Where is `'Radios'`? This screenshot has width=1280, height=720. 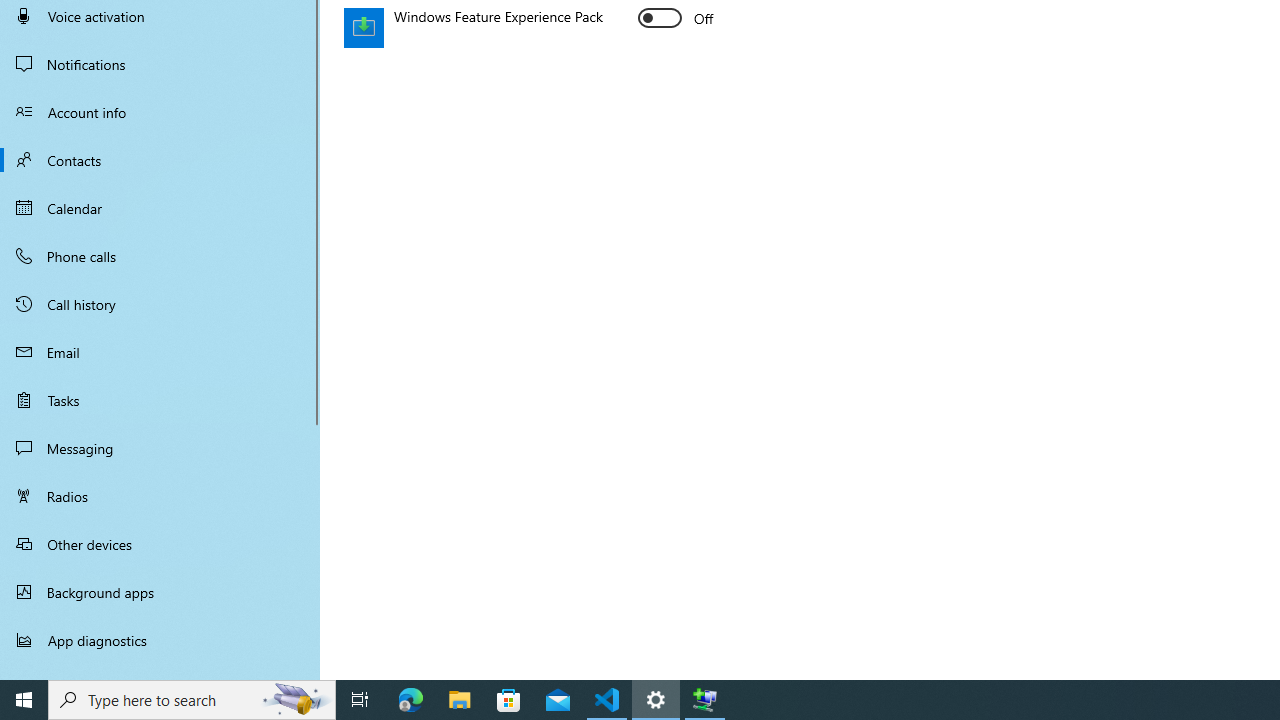
'Radios' is located at coordinates (160, 495).